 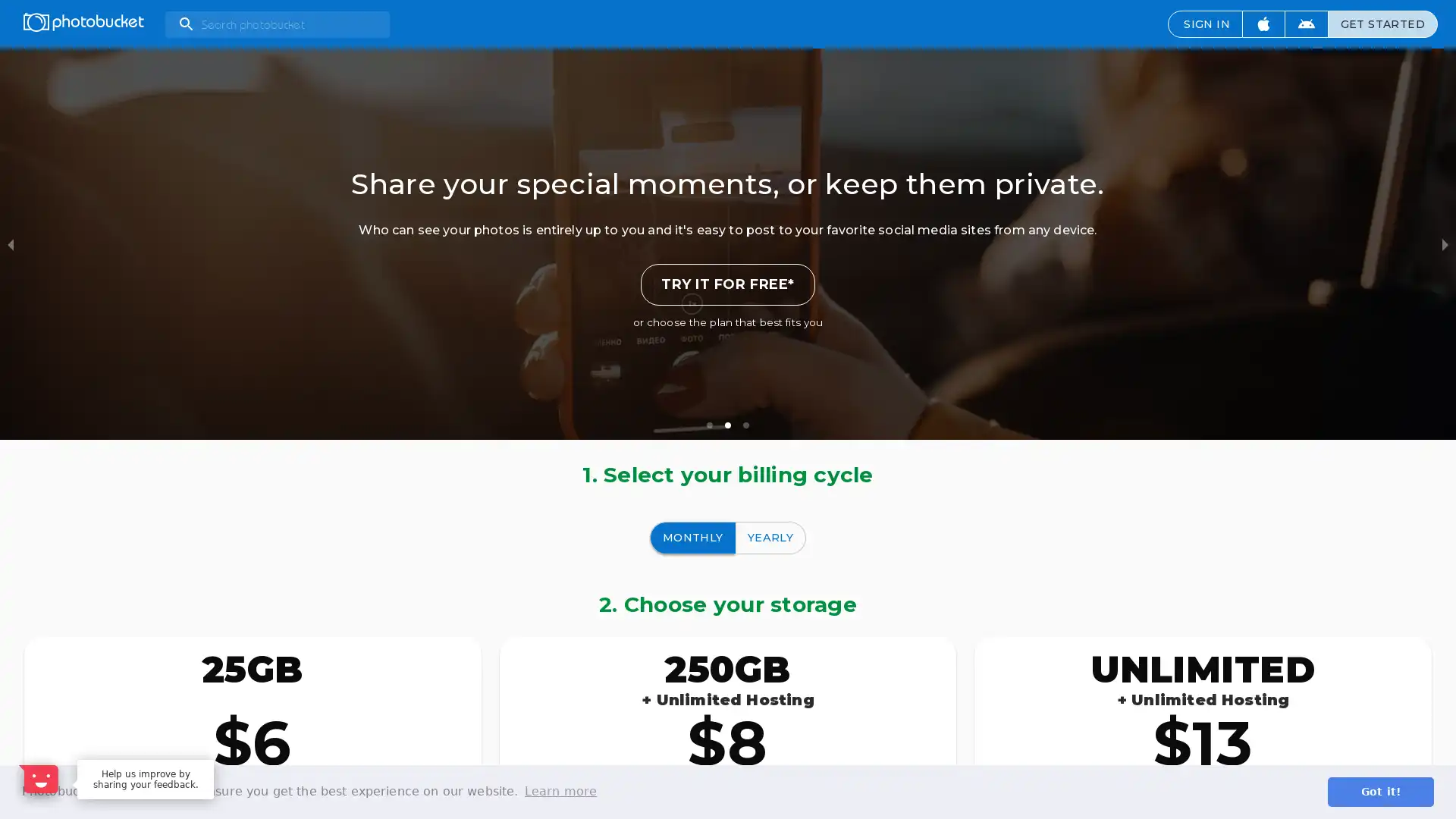 I want to click on slide item 2, so click(x=728, y=424).